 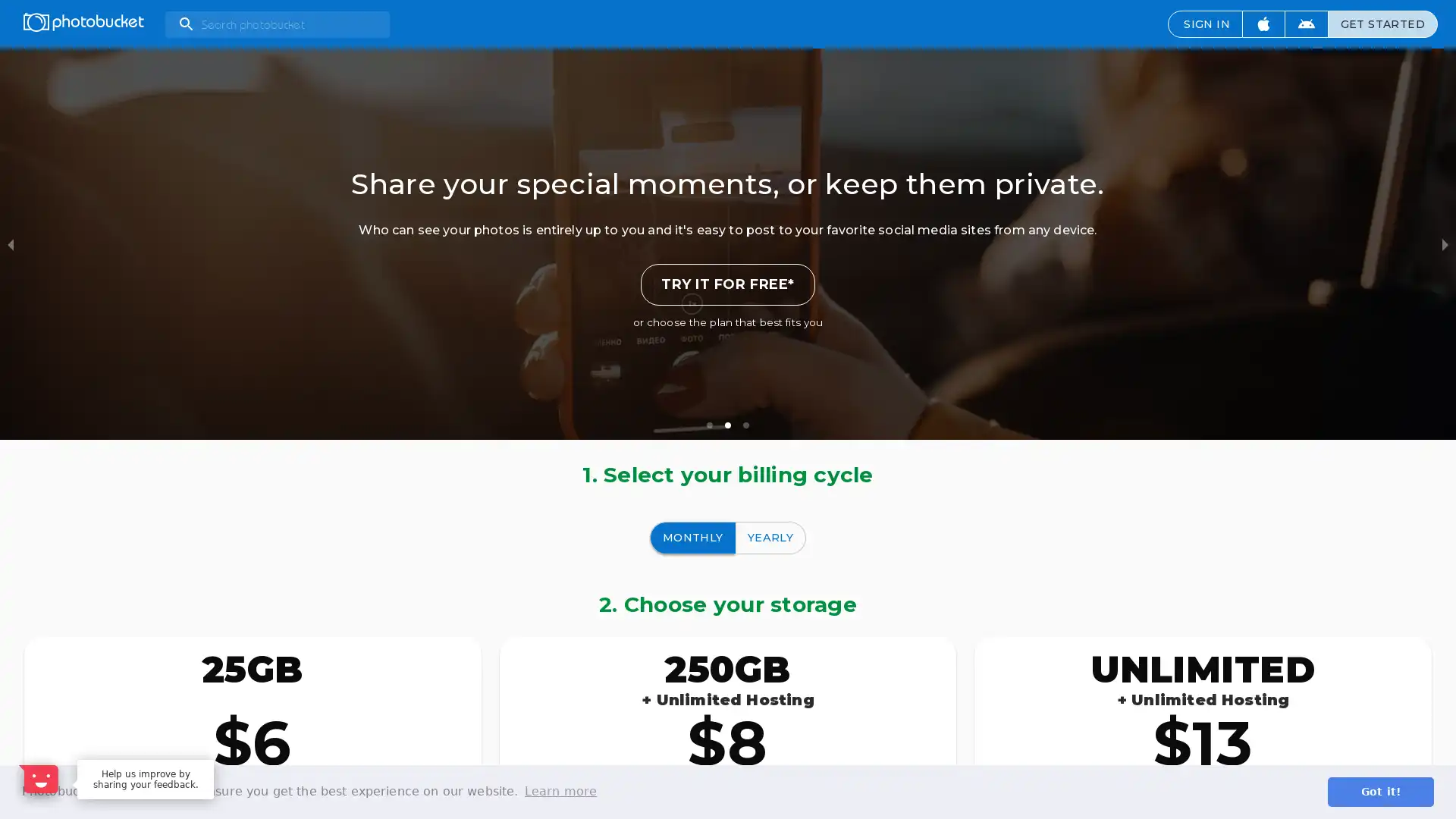 I want to click on slide item 2, so click(x=728, y=424).